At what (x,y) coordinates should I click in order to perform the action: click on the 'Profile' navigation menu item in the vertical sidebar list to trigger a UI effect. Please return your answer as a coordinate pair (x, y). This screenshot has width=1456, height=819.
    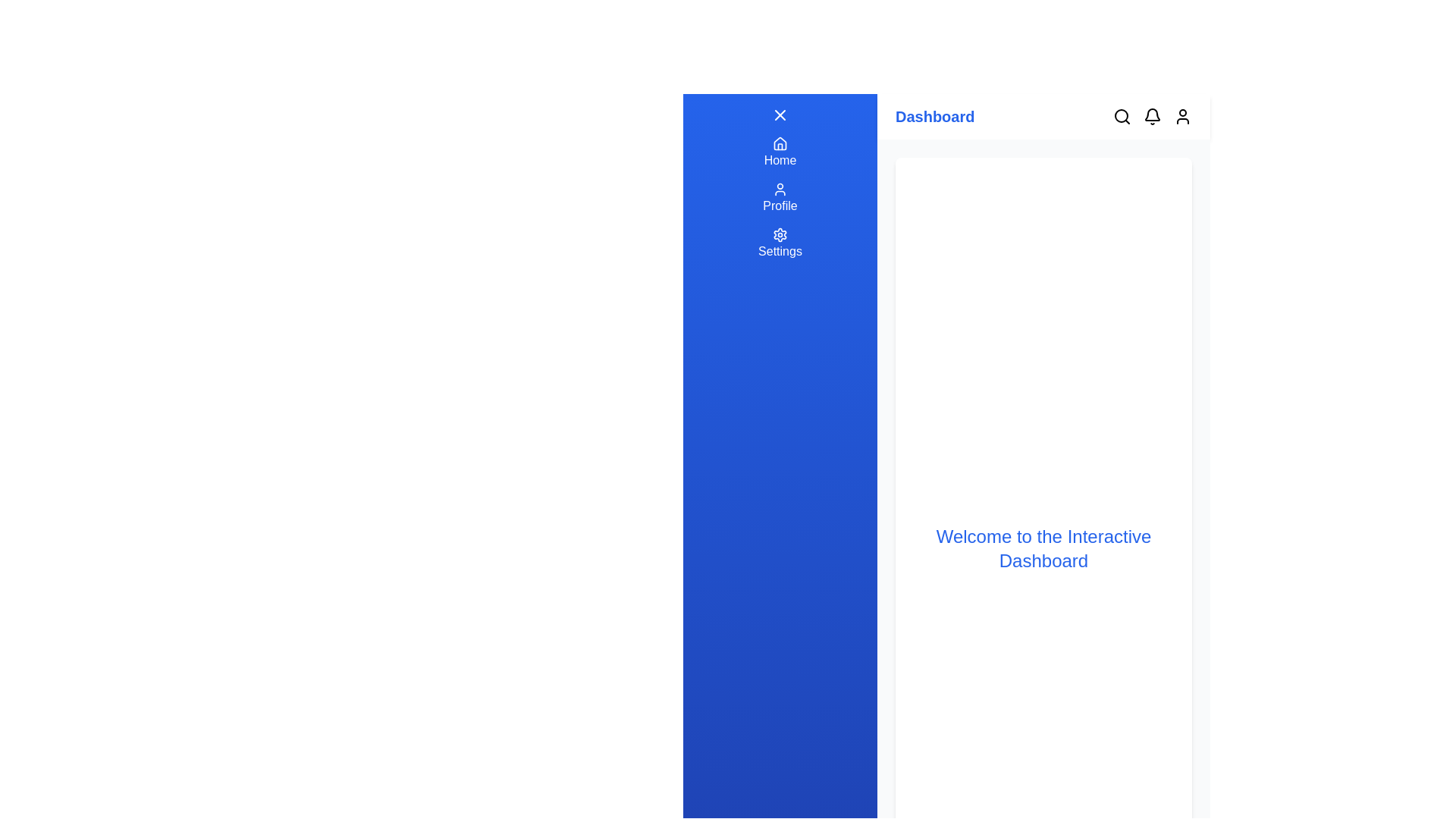
    Looking at the image, I should click on (780, 198).